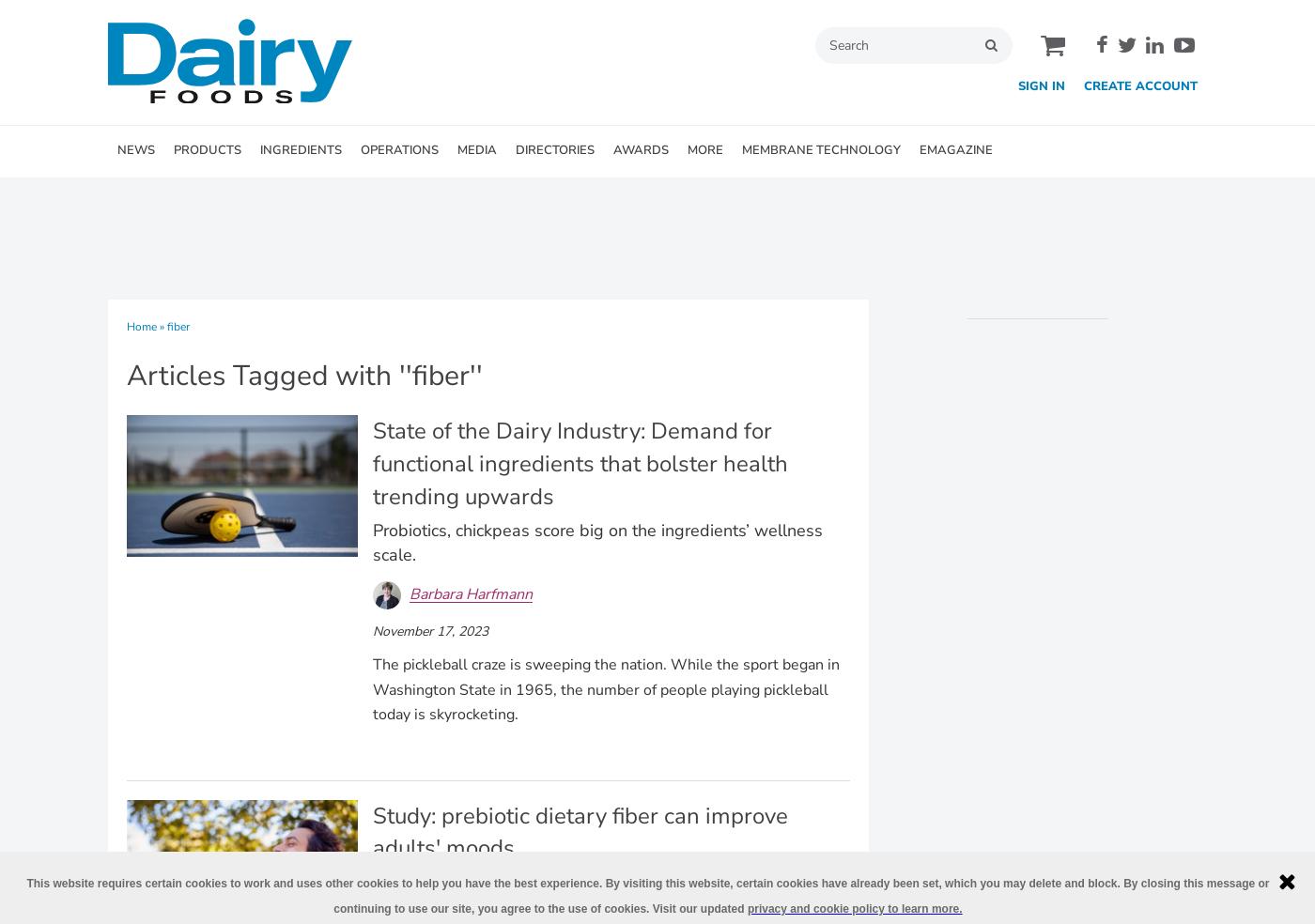  What do you see at coordinates (304, 375) in the screenshot?
I see `'Articles Tagged with ''fiber'''` at bounding box center [304, 375].